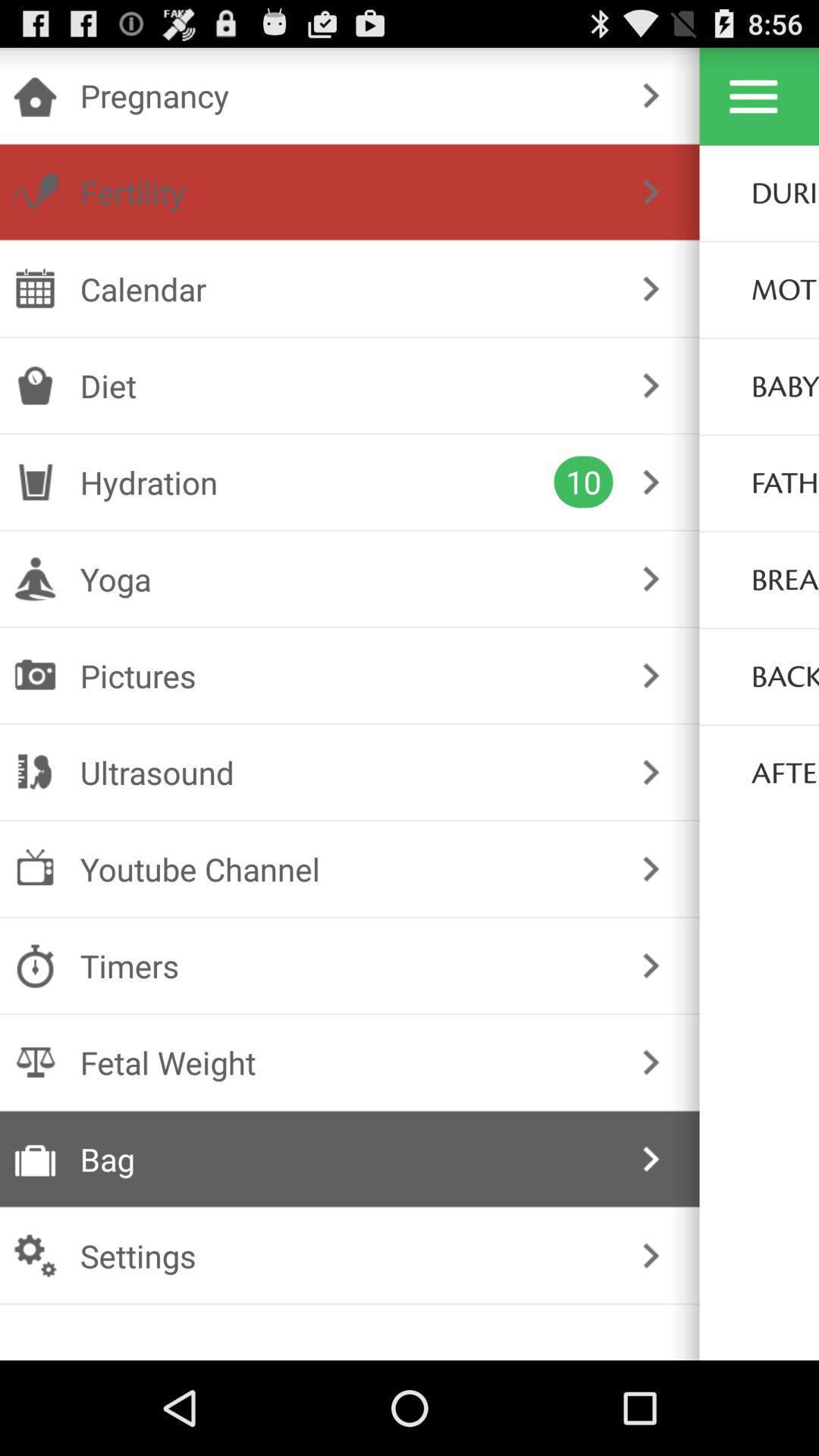 This screenshot has width=819, height=1456. What do you see at coordinates (753, 102) in the screenshot?
I see `the menu icon` at bounding box center [753, 102].